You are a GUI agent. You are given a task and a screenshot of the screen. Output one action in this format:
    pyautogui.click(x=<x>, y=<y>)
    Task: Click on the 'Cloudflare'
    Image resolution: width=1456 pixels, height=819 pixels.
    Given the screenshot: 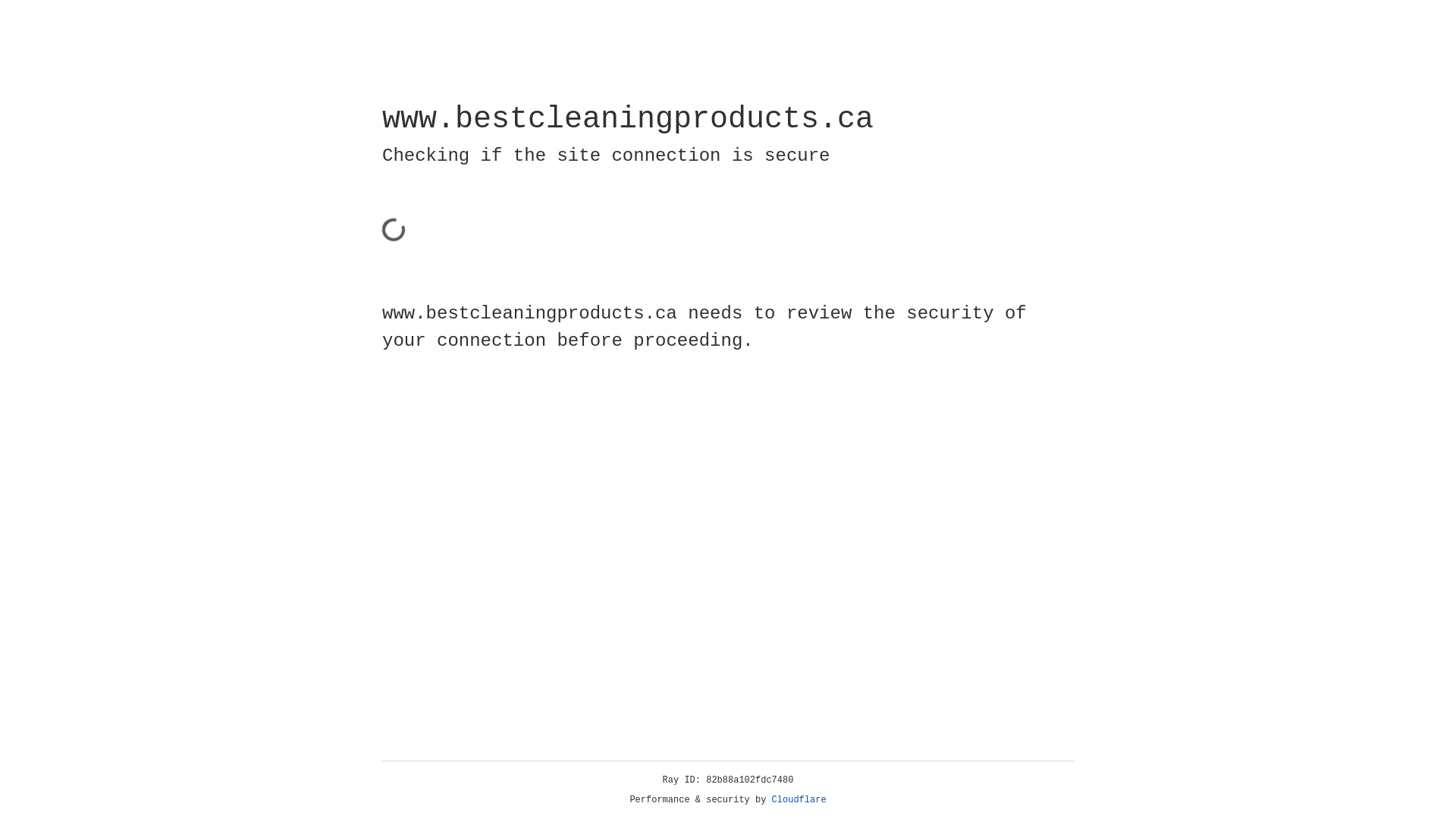 What is the action you would take?
    pyautogui.click(x=771, y=799)
    